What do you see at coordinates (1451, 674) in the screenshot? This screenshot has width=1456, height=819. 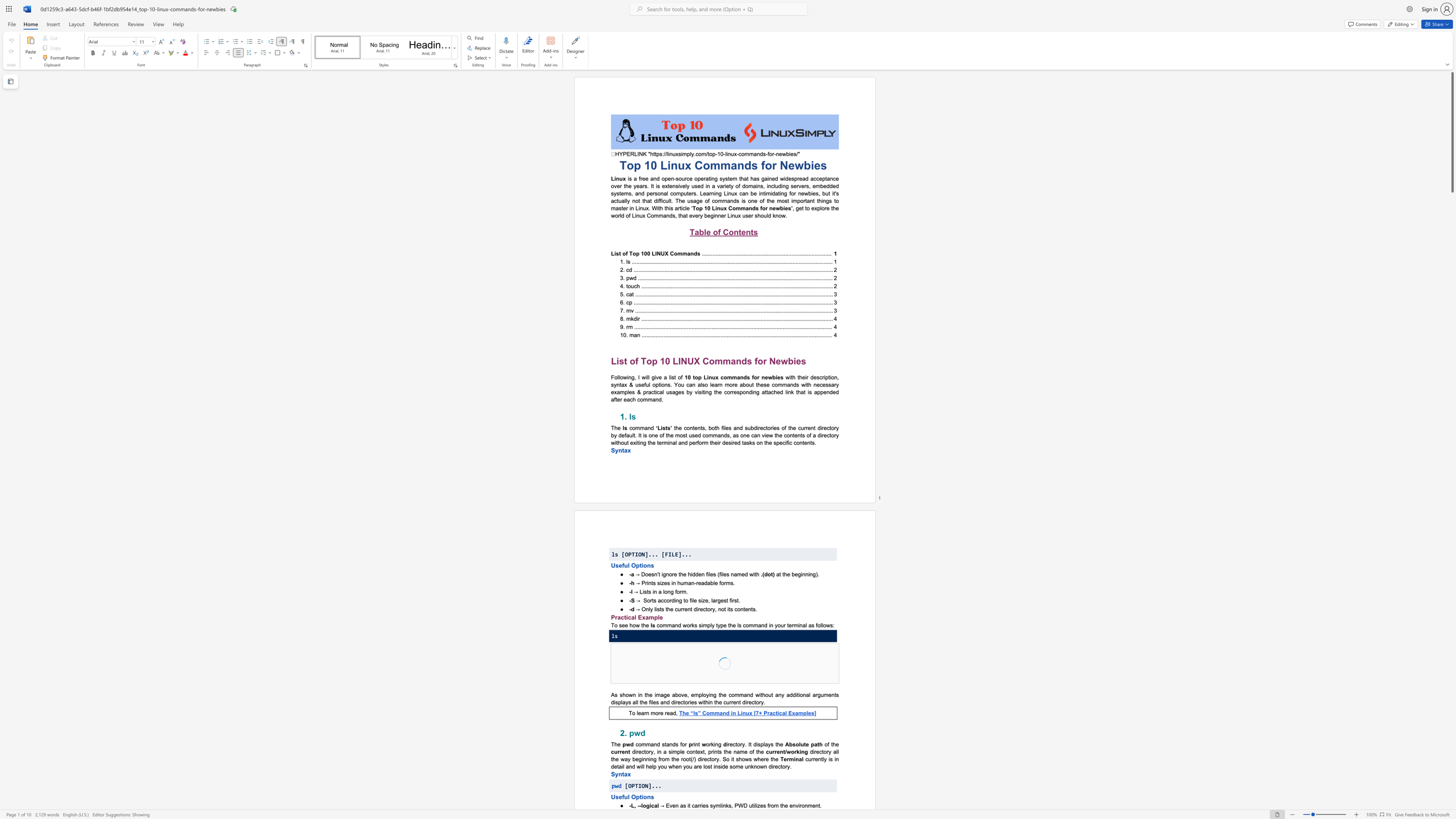 I see `the scrollbar to scroll the page down` at bounding box center [1451, 674].